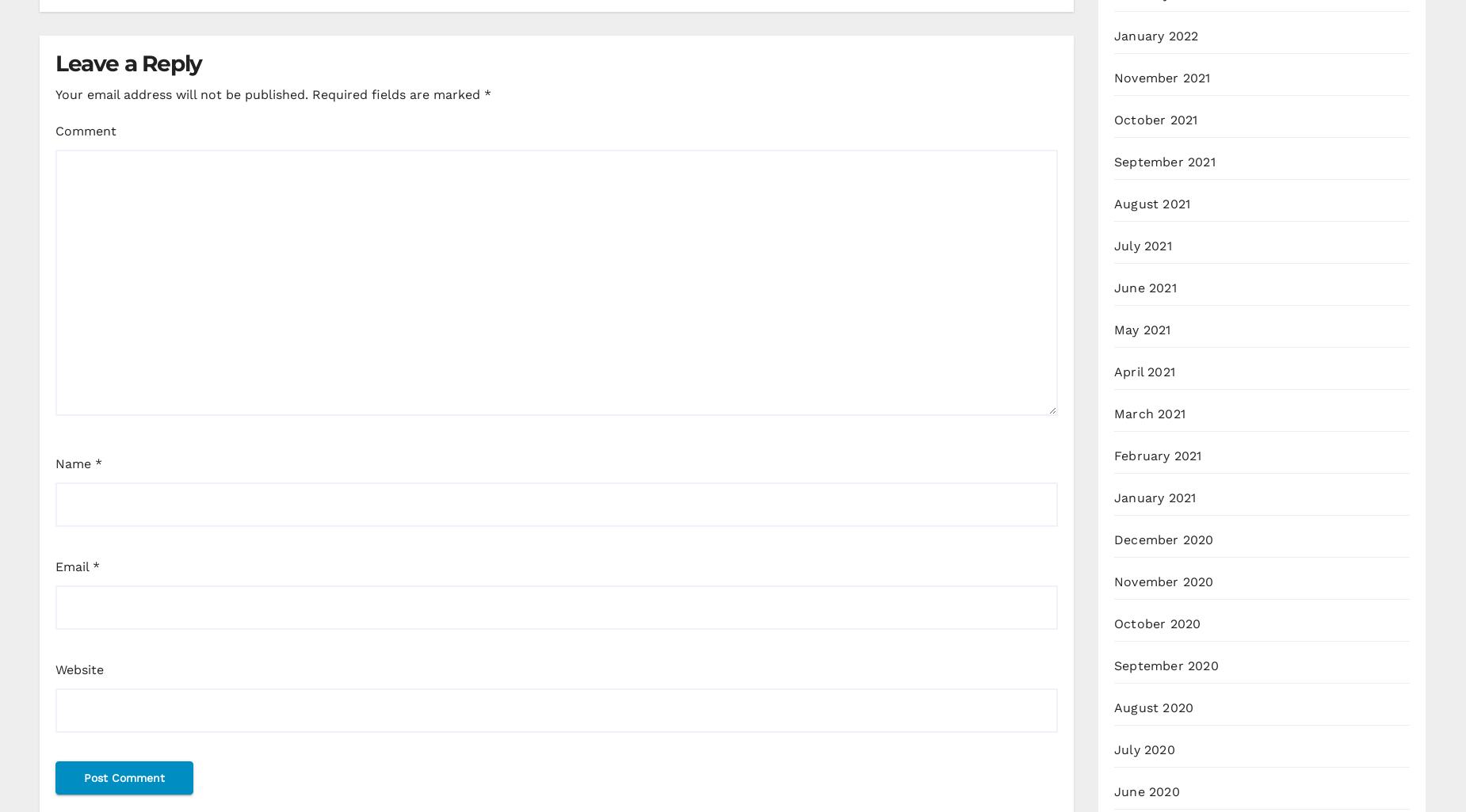 The width and height of the screenshot is (1466, 812). I want to click on 'Website', so click(54, 669).